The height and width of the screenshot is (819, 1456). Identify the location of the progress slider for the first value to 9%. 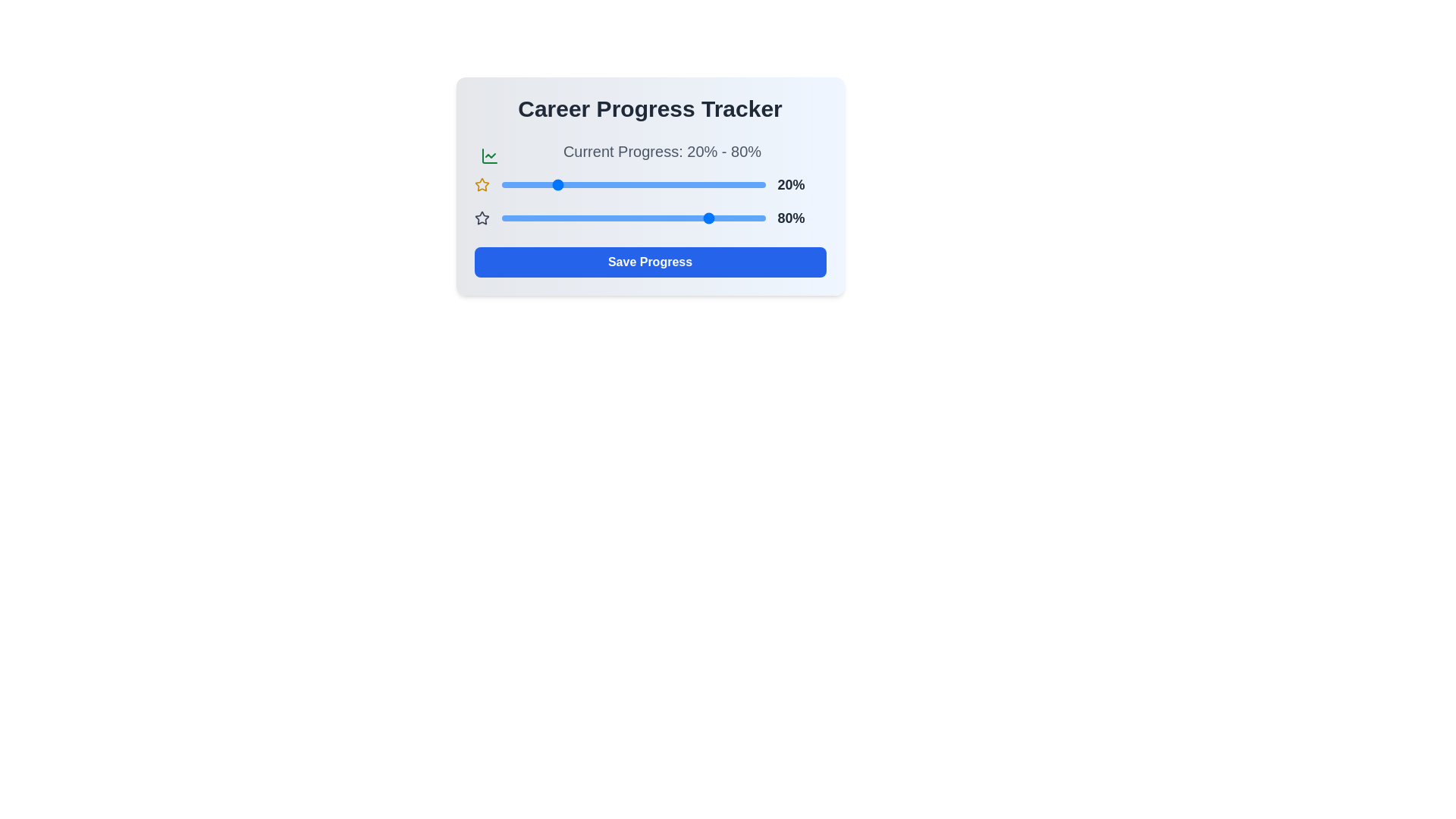
(525, 184).